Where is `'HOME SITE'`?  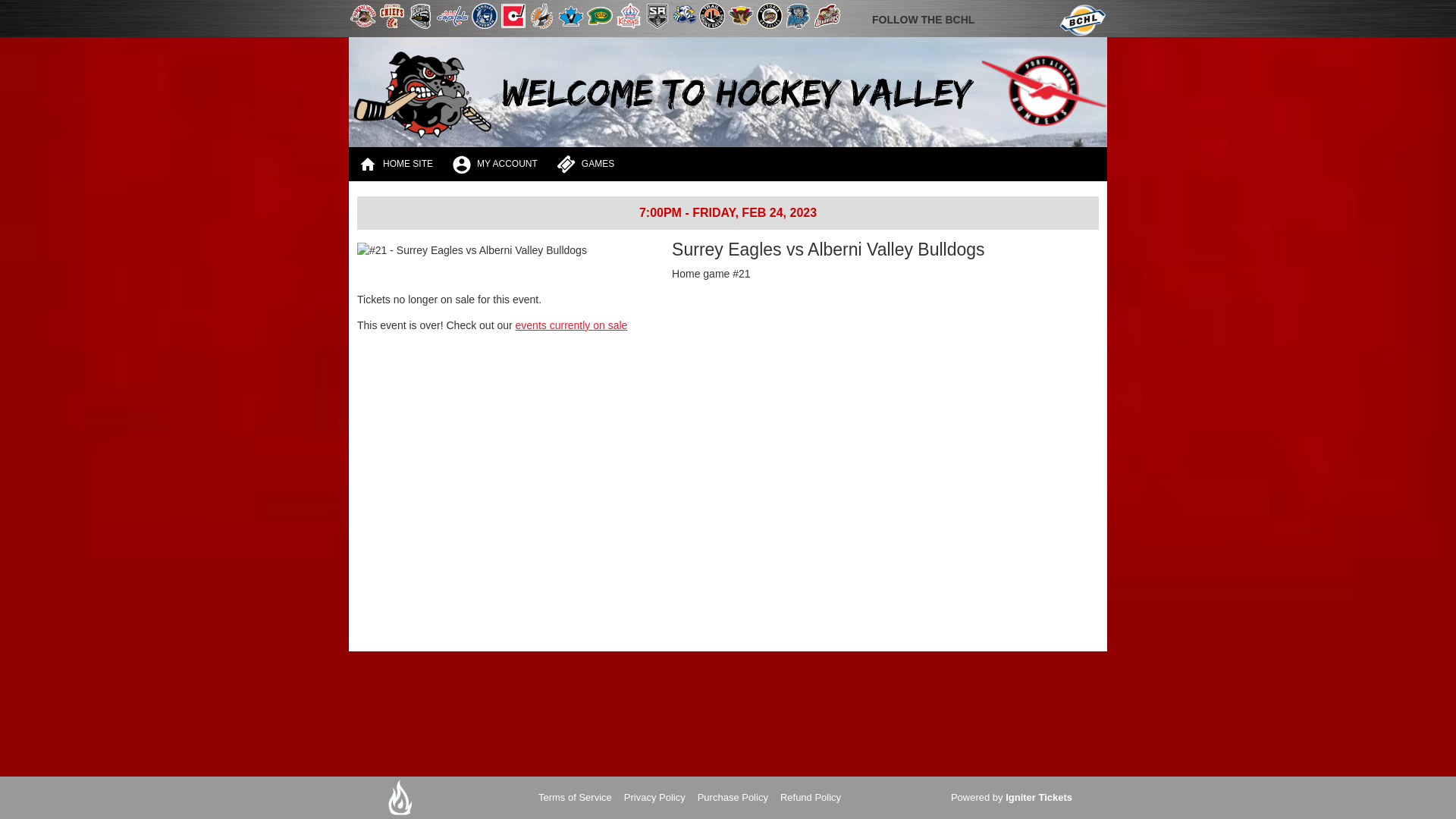 'HOME SITE' is located at coordinates (396, 164).